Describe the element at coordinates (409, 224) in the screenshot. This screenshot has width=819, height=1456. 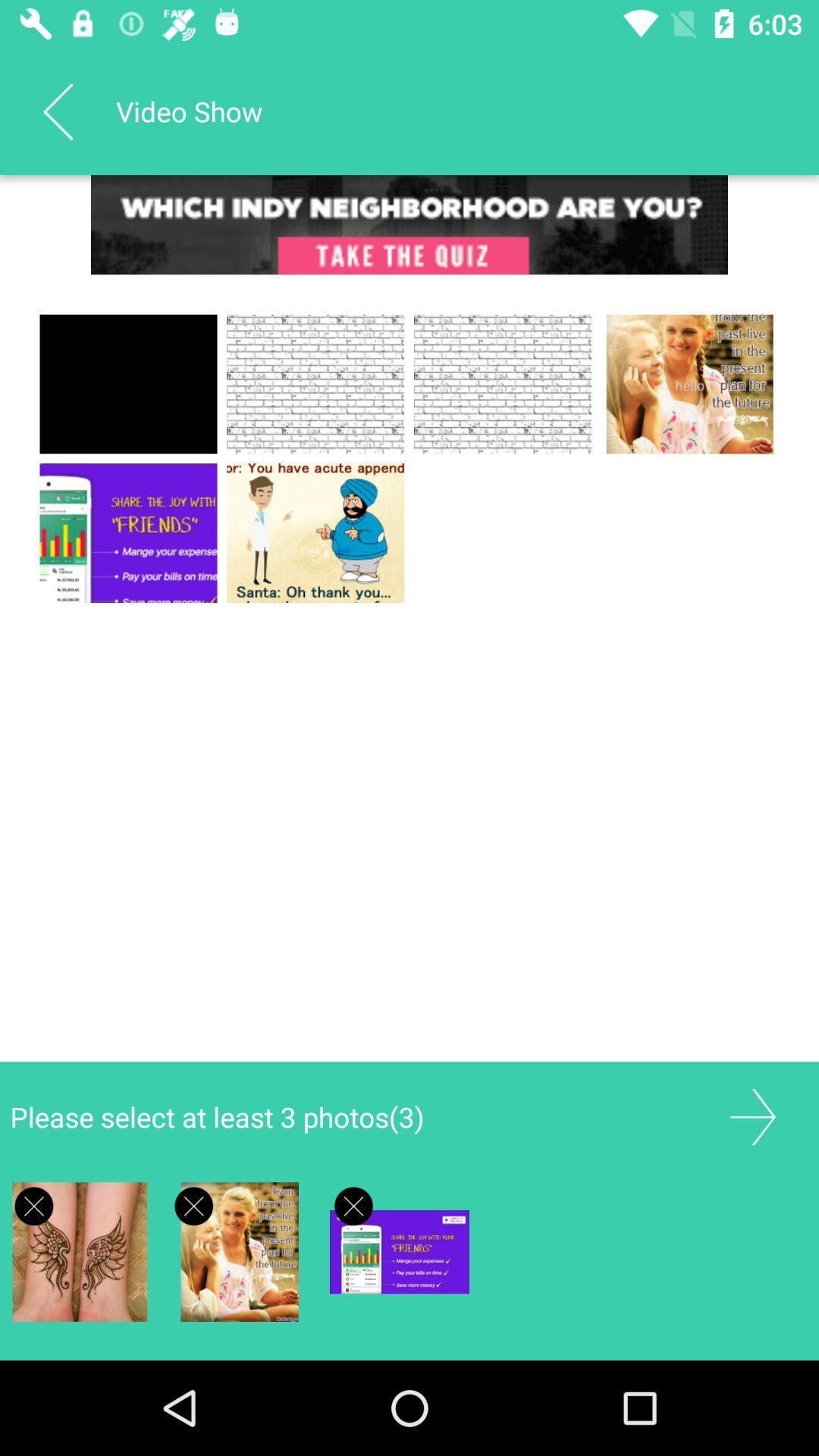
I see `open the advertisement link` at that location.